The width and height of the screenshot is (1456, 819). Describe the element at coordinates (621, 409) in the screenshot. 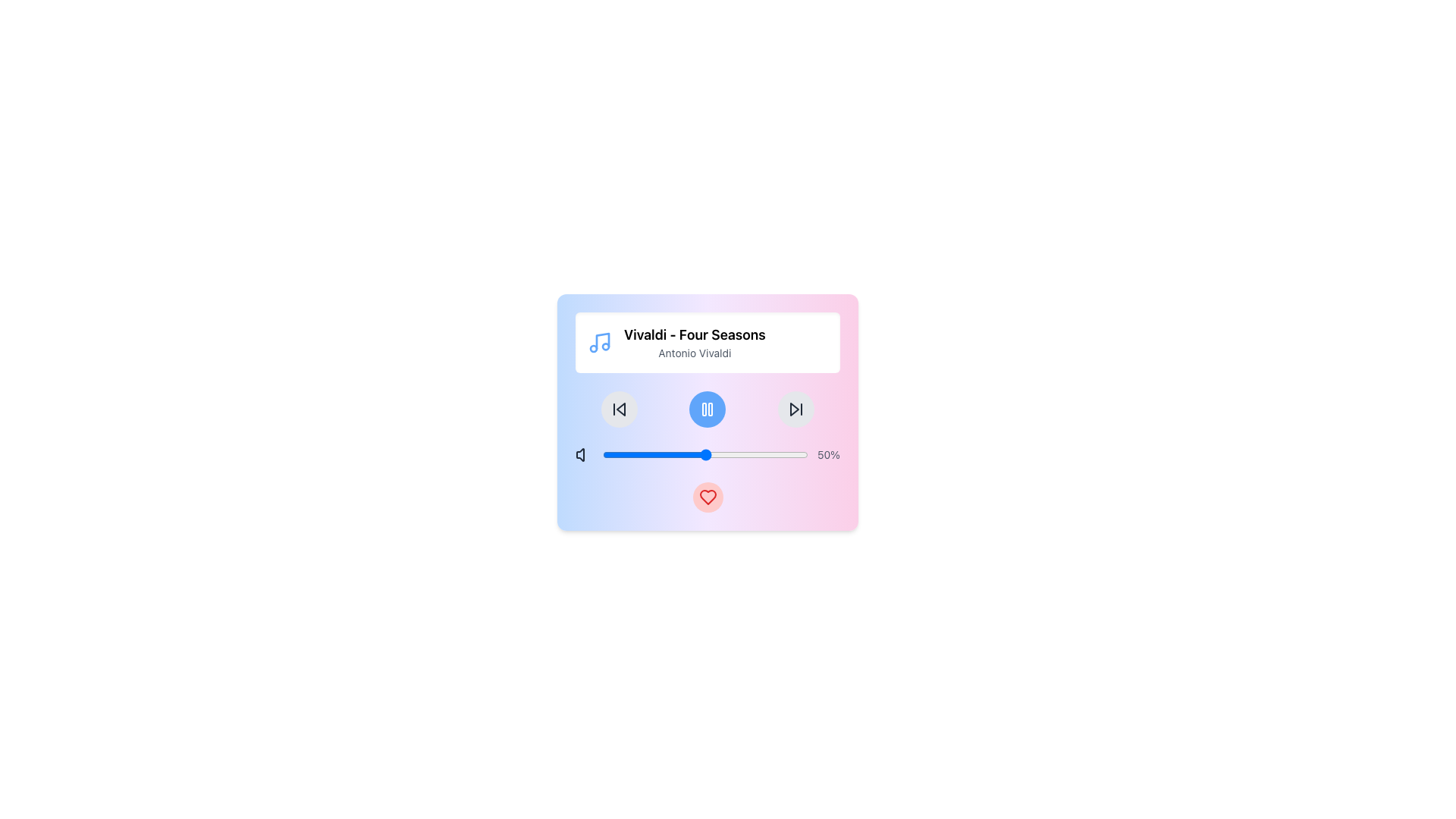

I see `the skip-back button located to the left of the circular pause button in the media control panel to initiate the skip-back action` at that location.